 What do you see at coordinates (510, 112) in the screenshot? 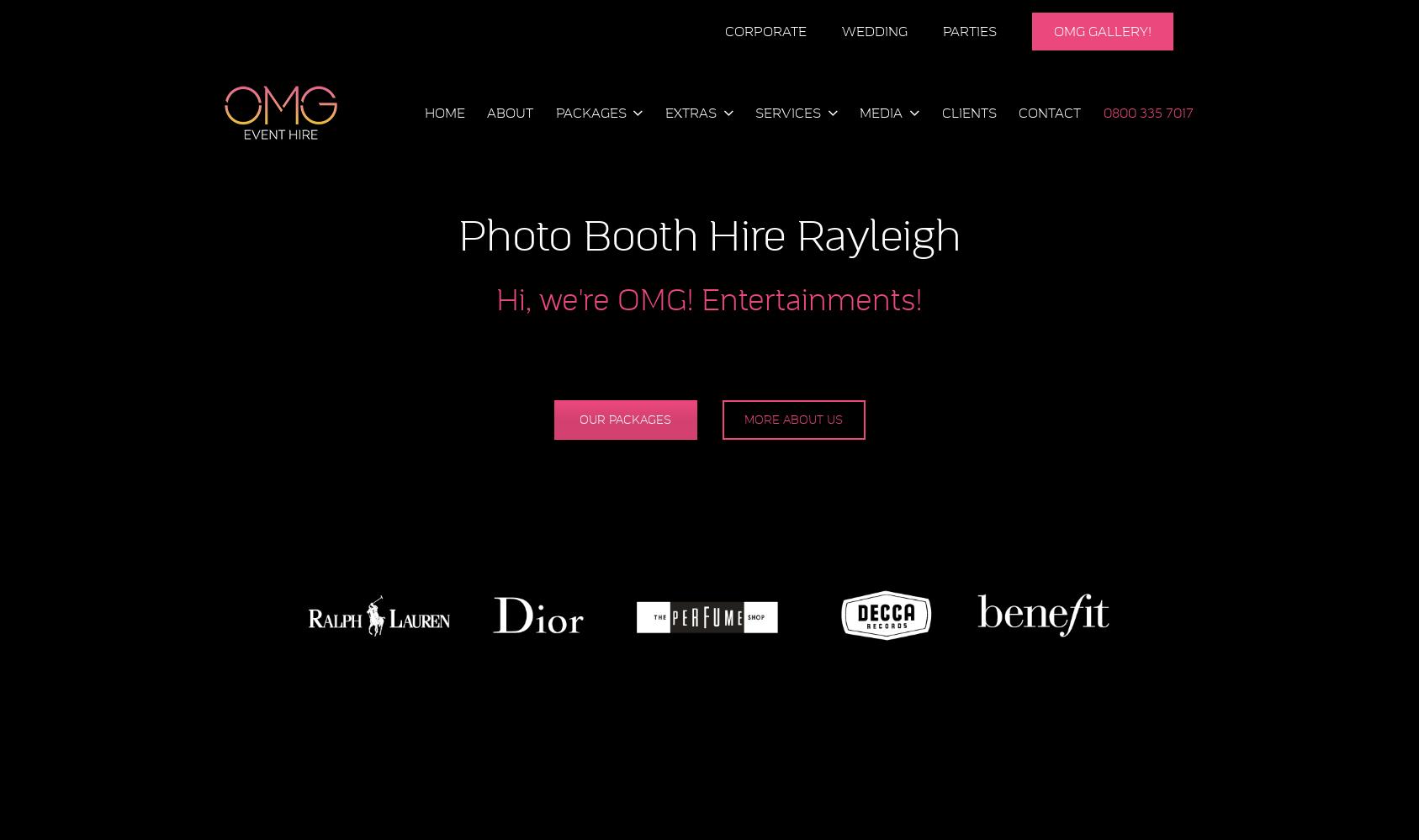
I see `'ABOUT'` at bounding box center [510, 112].